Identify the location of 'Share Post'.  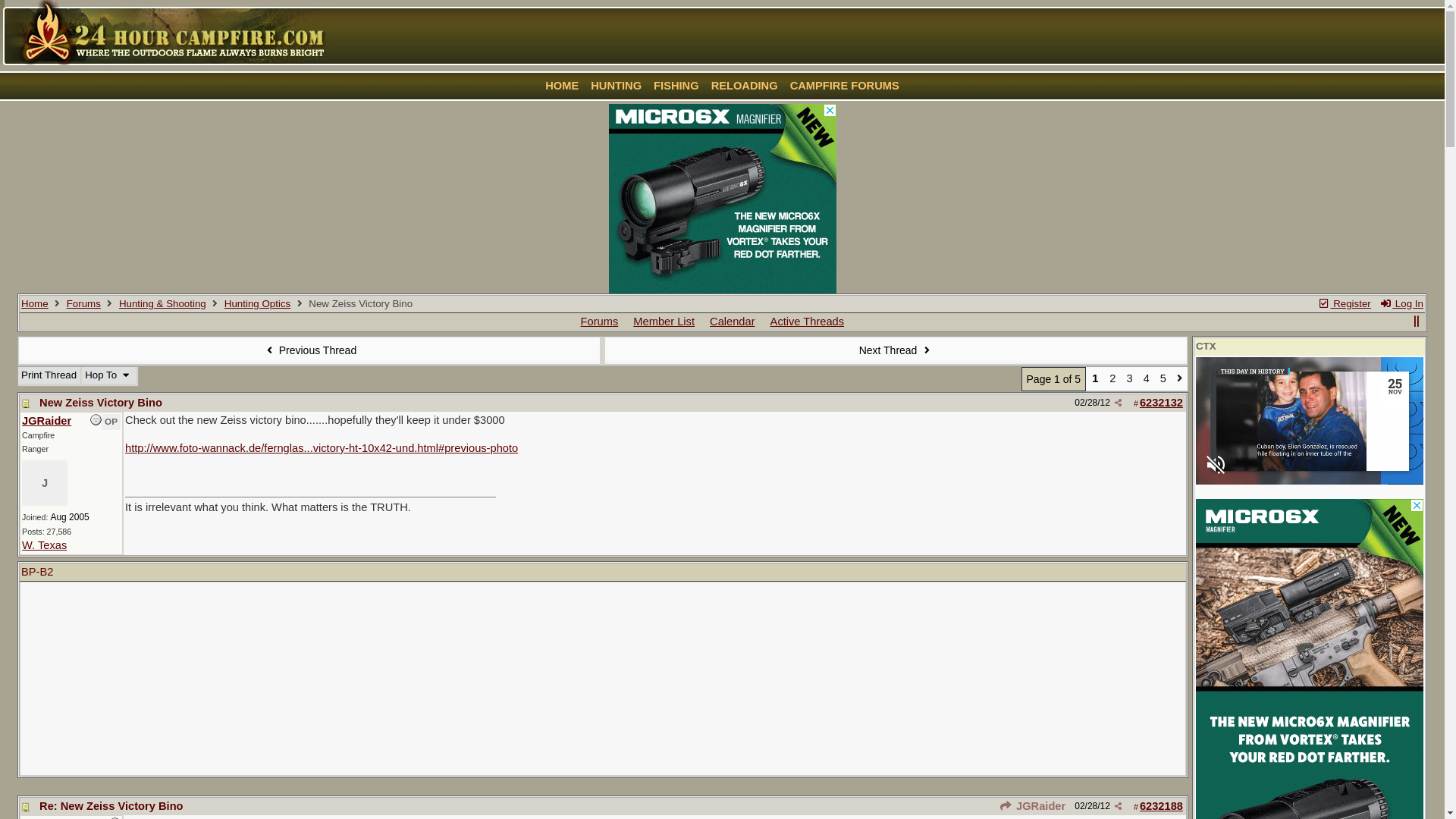
(1110, 402).